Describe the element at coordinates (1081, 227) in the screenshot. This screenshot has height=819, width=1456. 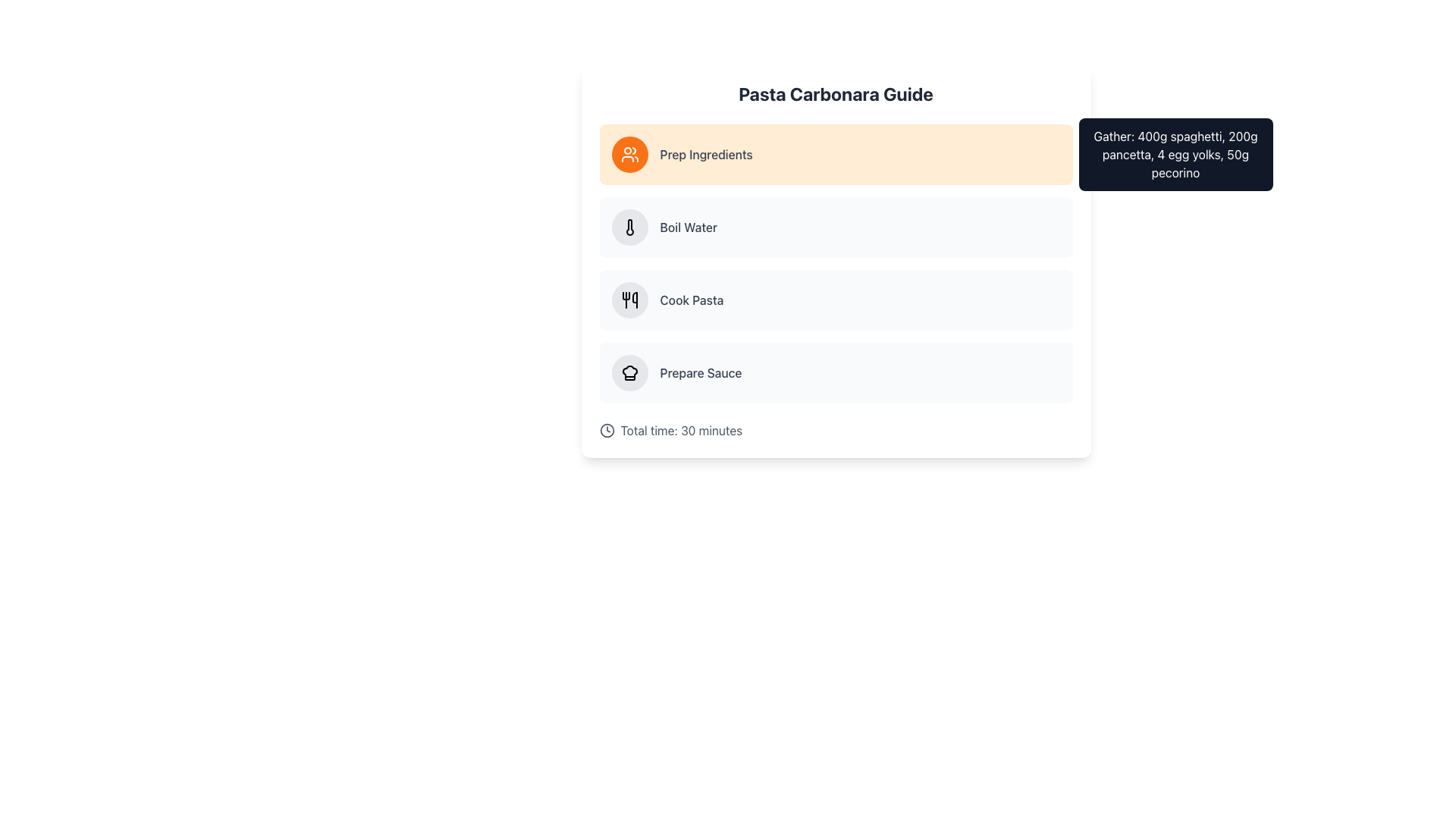
I see `the position of the Pointer arrow icon, which is a small triangular arrow styled as a speech bubble pointer, located towards the left edge of the tooltip box for 'Prep Ingredients'` at that location.